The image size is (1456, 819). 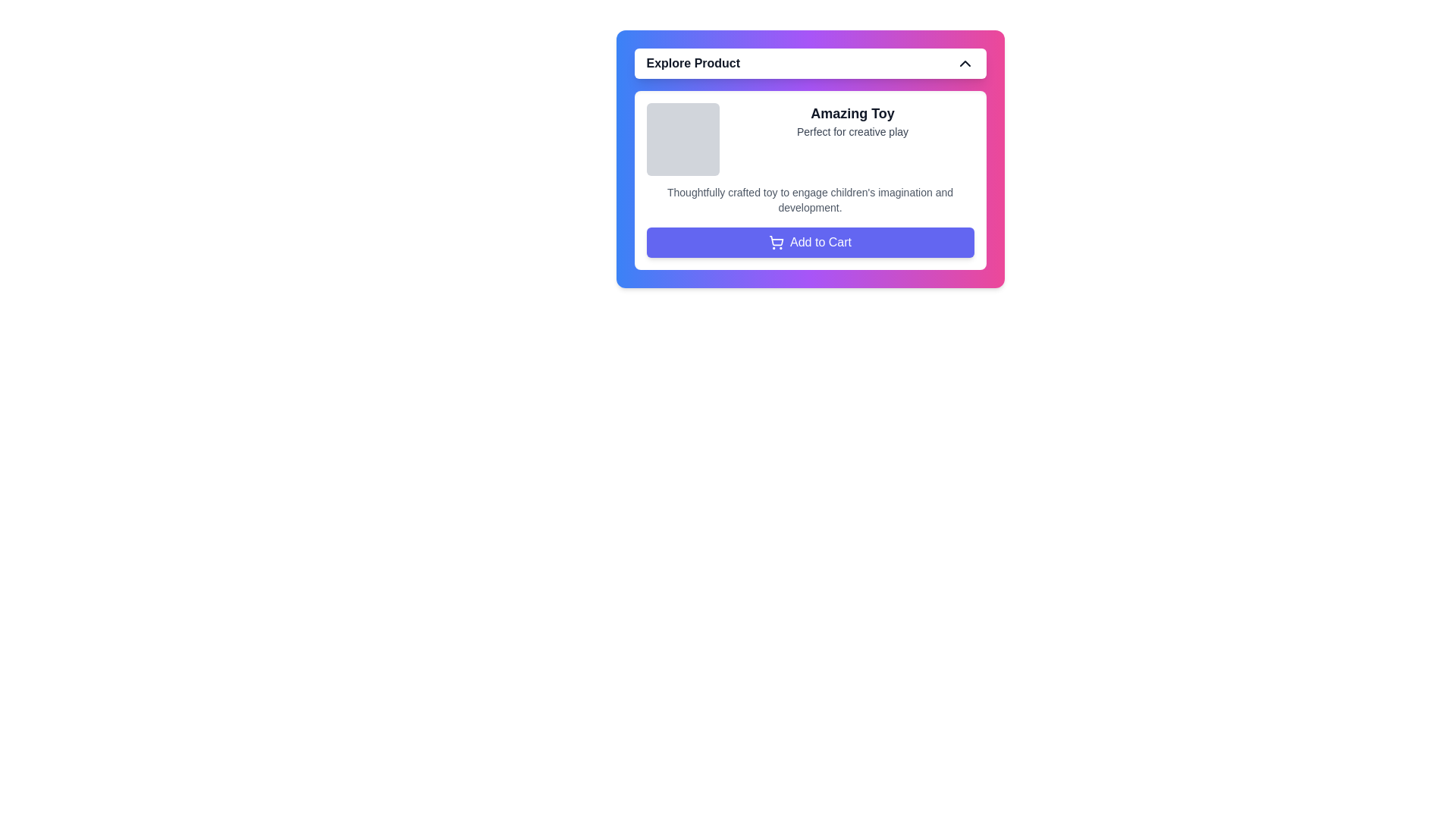 I want to click on the 'Add to Cart' icon located within the button, which visually represents the action of adding items to the cart, so click(x=777, y=240).